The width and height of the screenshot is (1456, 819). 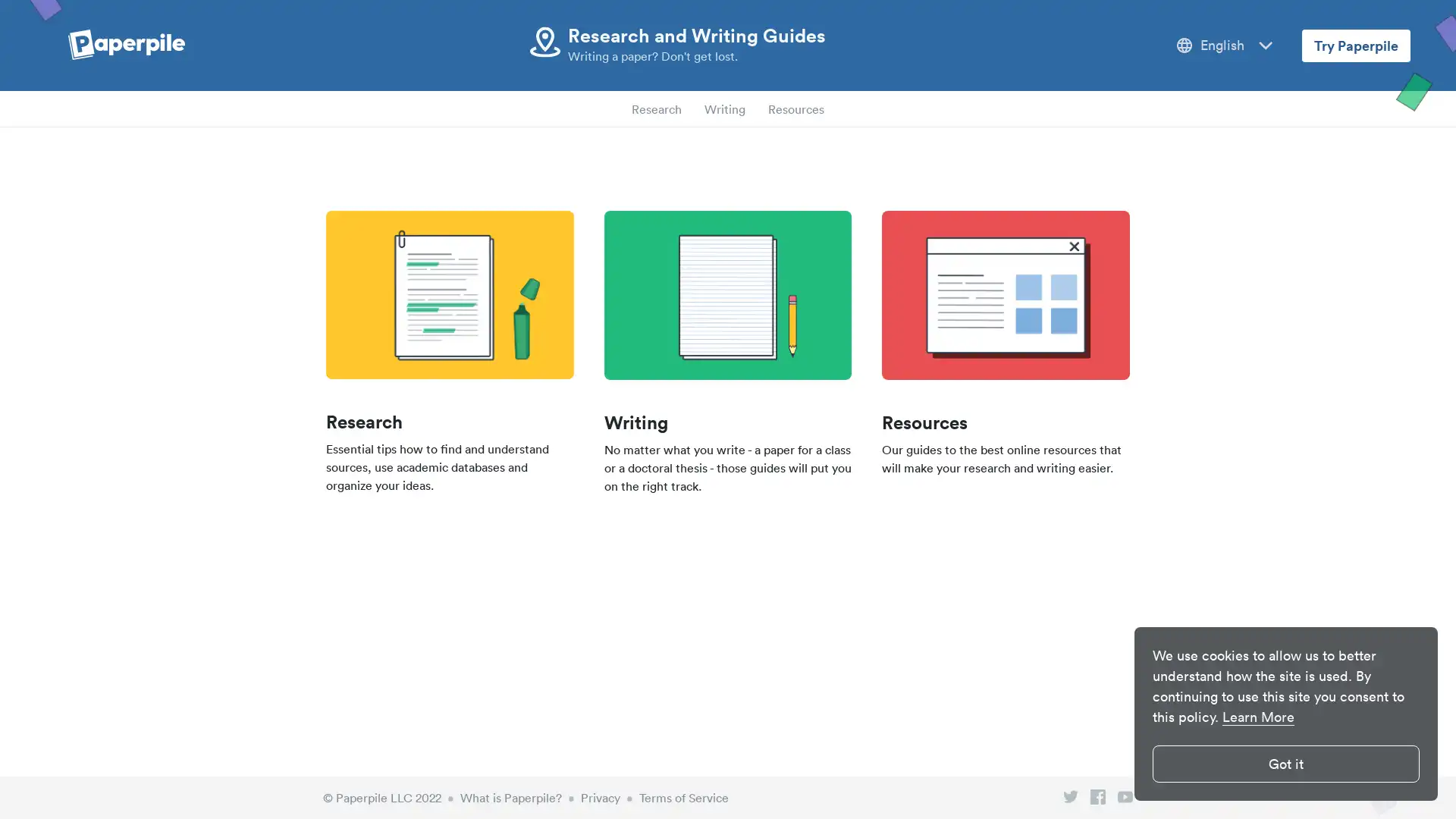 What do you see at coordinates (1258, 717) in the screenshot?
I see `learn more about cookies` at bounding box center [1258, 717].